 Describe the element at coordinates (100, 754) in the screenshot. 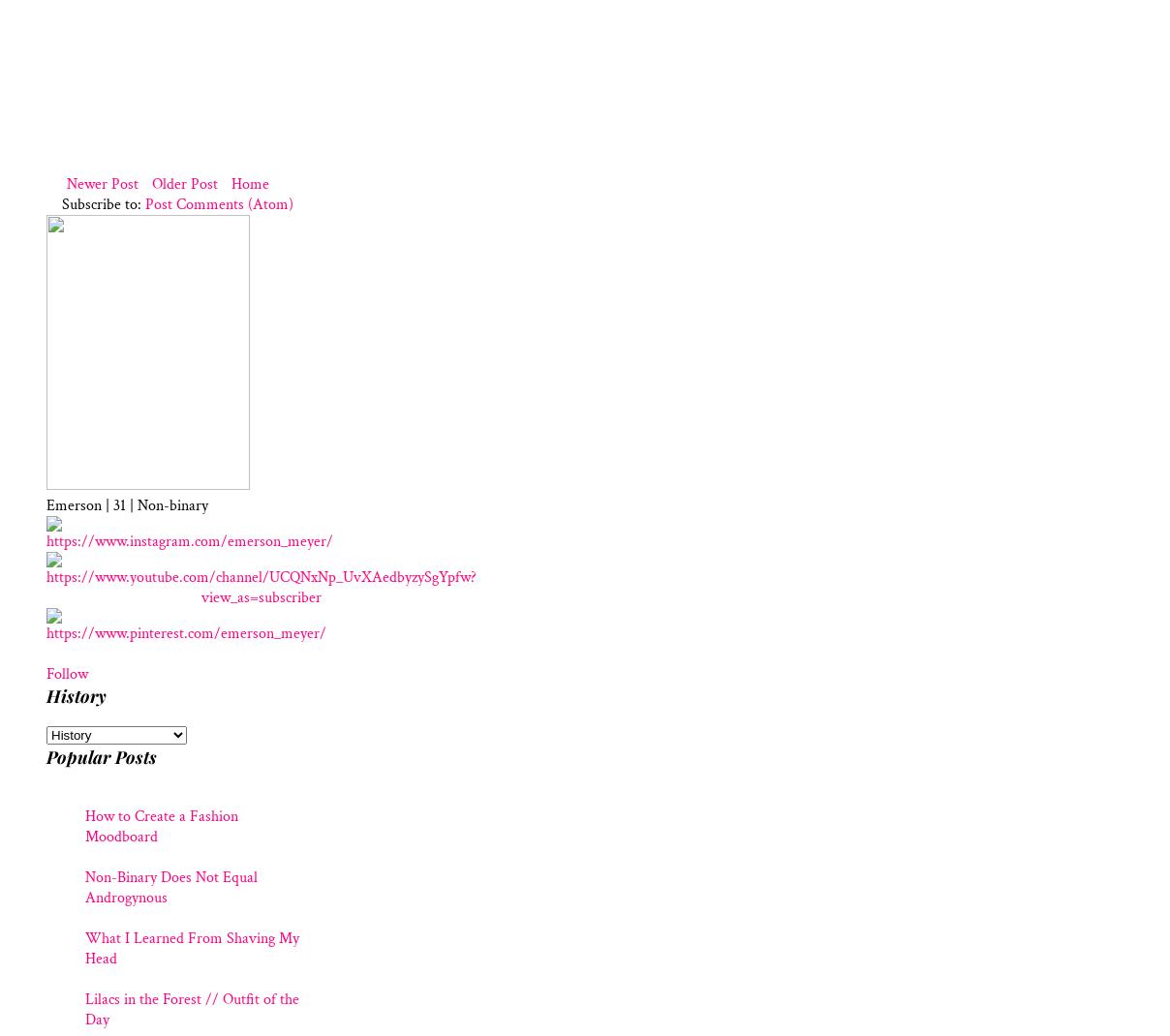

I see `'Popular Posts'` at that location.